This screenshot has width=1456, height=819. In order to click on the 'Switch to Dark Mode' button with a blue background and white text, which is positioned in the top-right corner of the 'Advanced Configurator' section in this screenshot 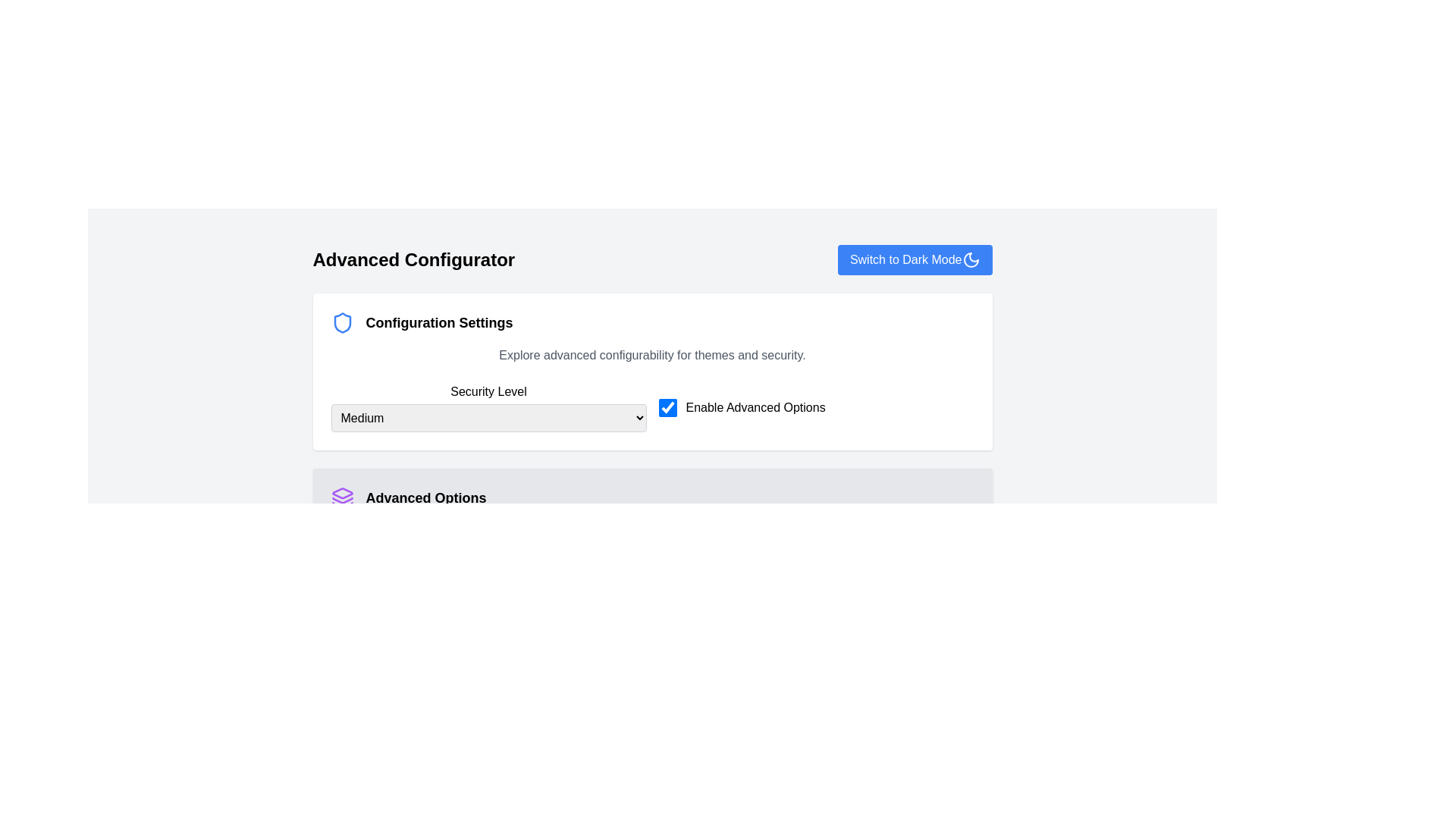, I will do `click(914, 259)`.